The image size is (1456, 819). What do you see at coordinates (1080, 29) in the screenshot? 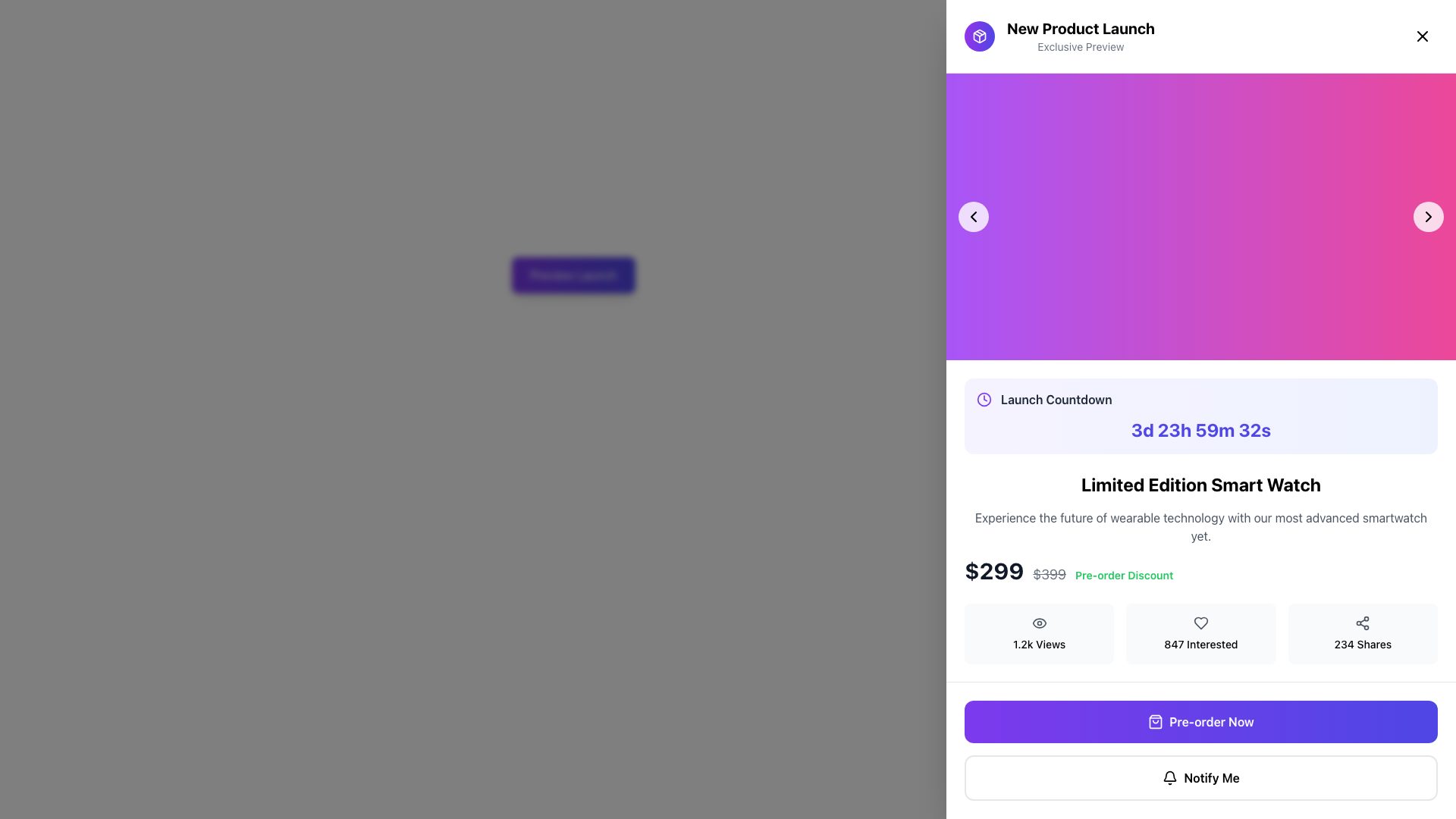
I see `text from the Text Label that displays 'New Product Launch', which is styled in a bold and large-sized font and located at the upper-right corner of the interface` at bounding box center [1080, 29].